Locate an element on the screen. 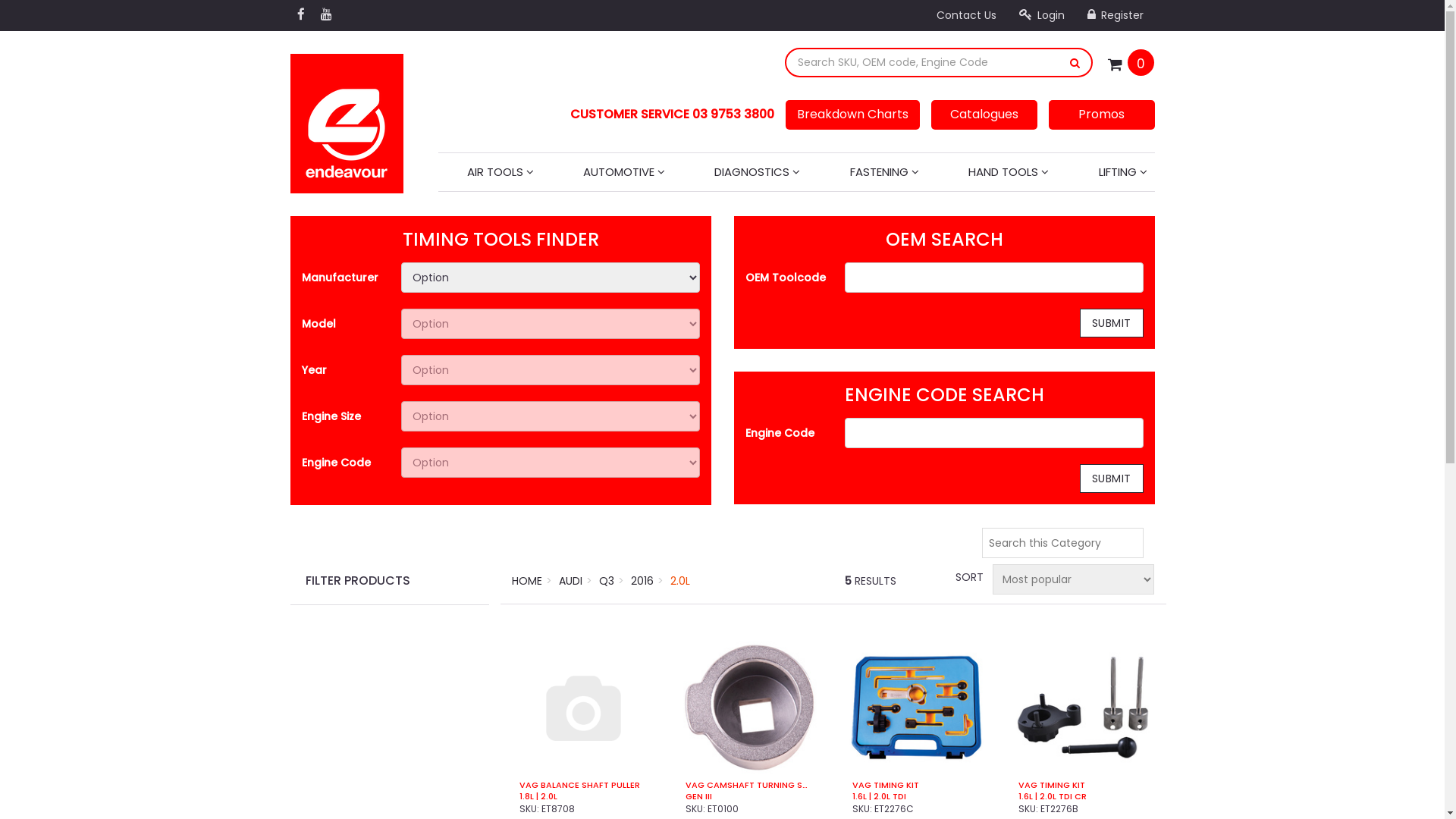 This screenshot has height=819, width=1456. 'Promos' is located at coordinates (1101, 114).